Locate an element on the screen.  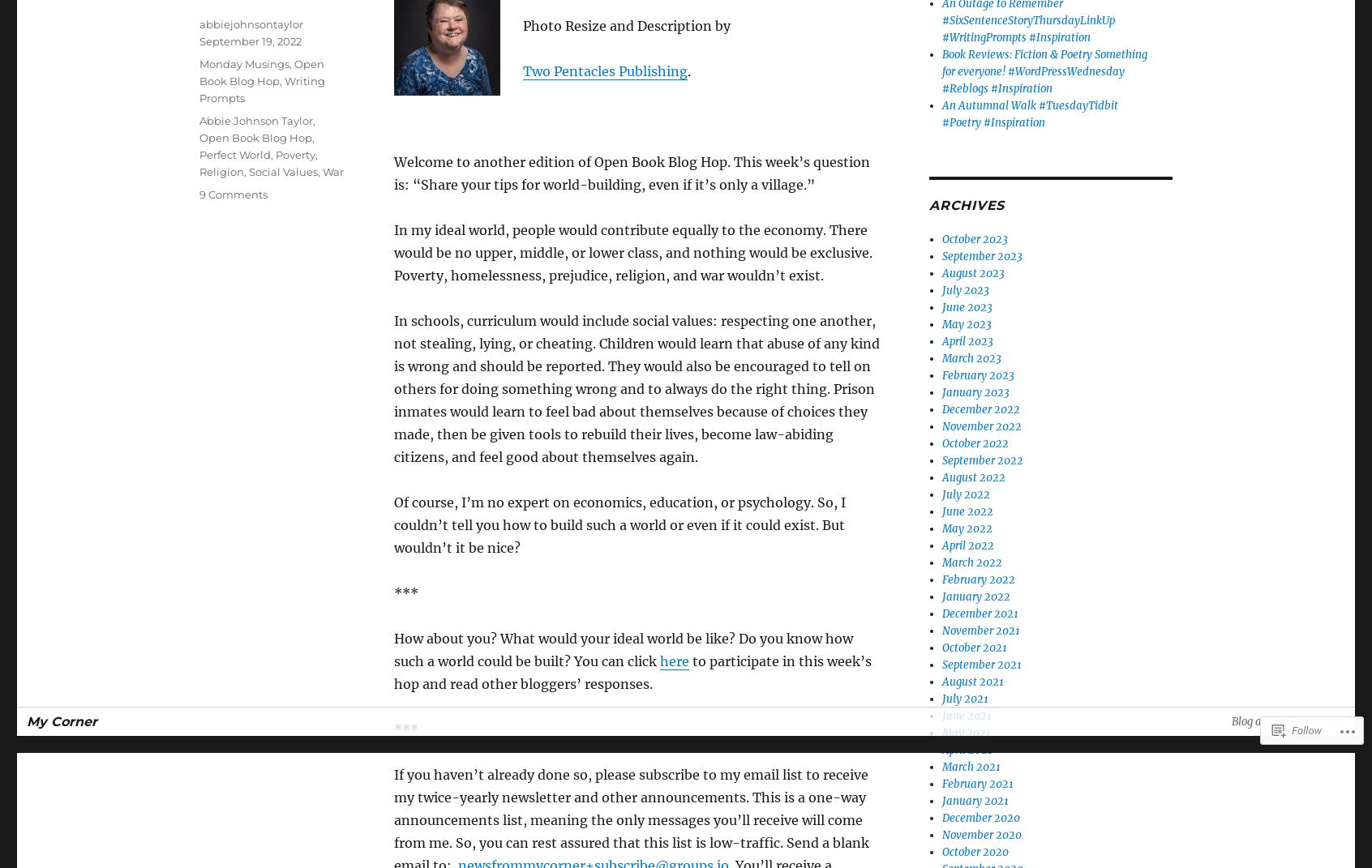
'Two Pentacles Publishing' is located at coordinates (522, 71).